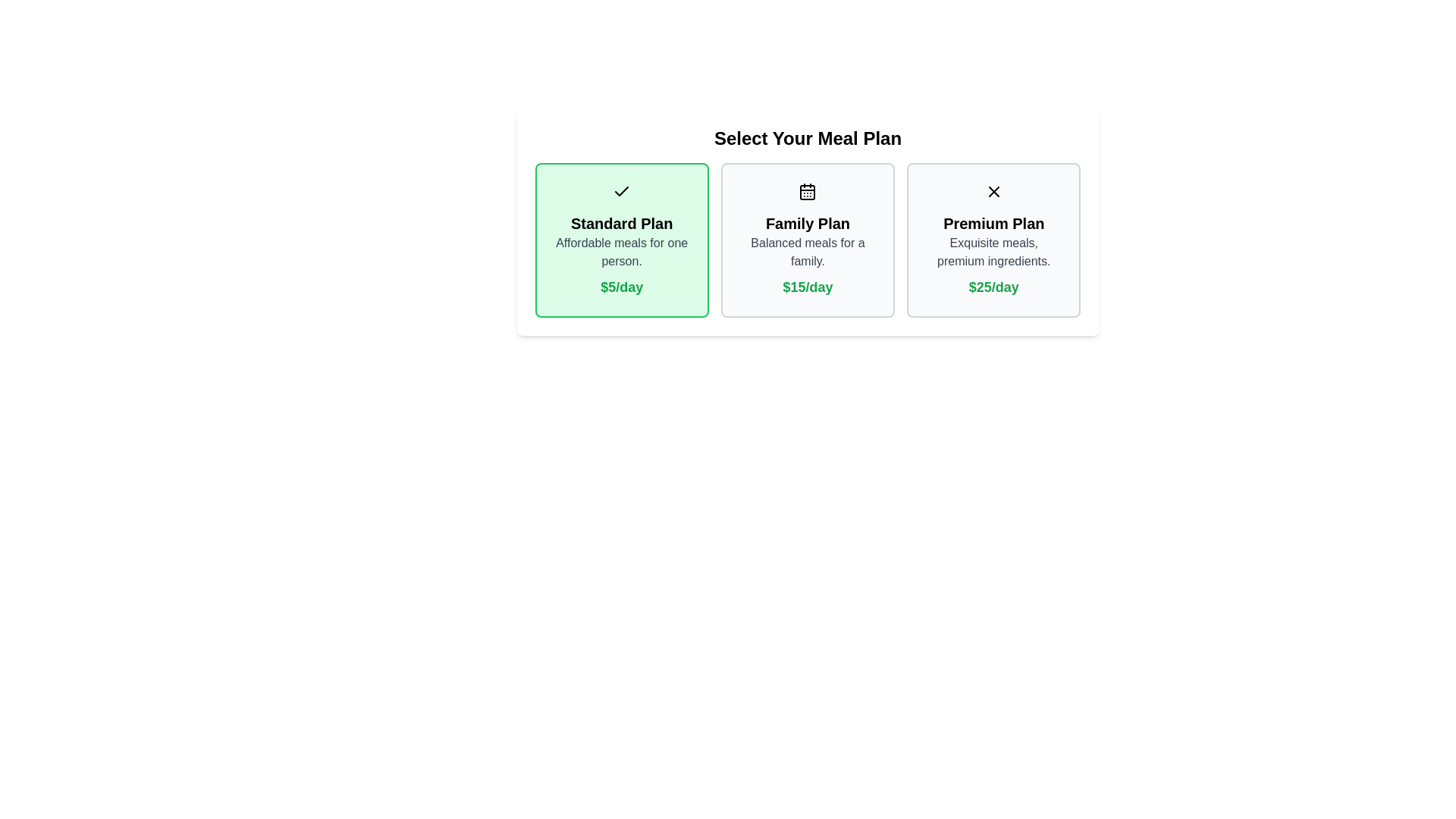  Describe the element at coordinates (993, 239) in the screenshot. I see `the 'Premium Plan' card, which features a light gray background, rounded corners, a centered 'X' icon, the title 'Premium Plan', a description of 'Exquisite meals, premium ingredients.', and a price of '$25/day' in green text` at that location.